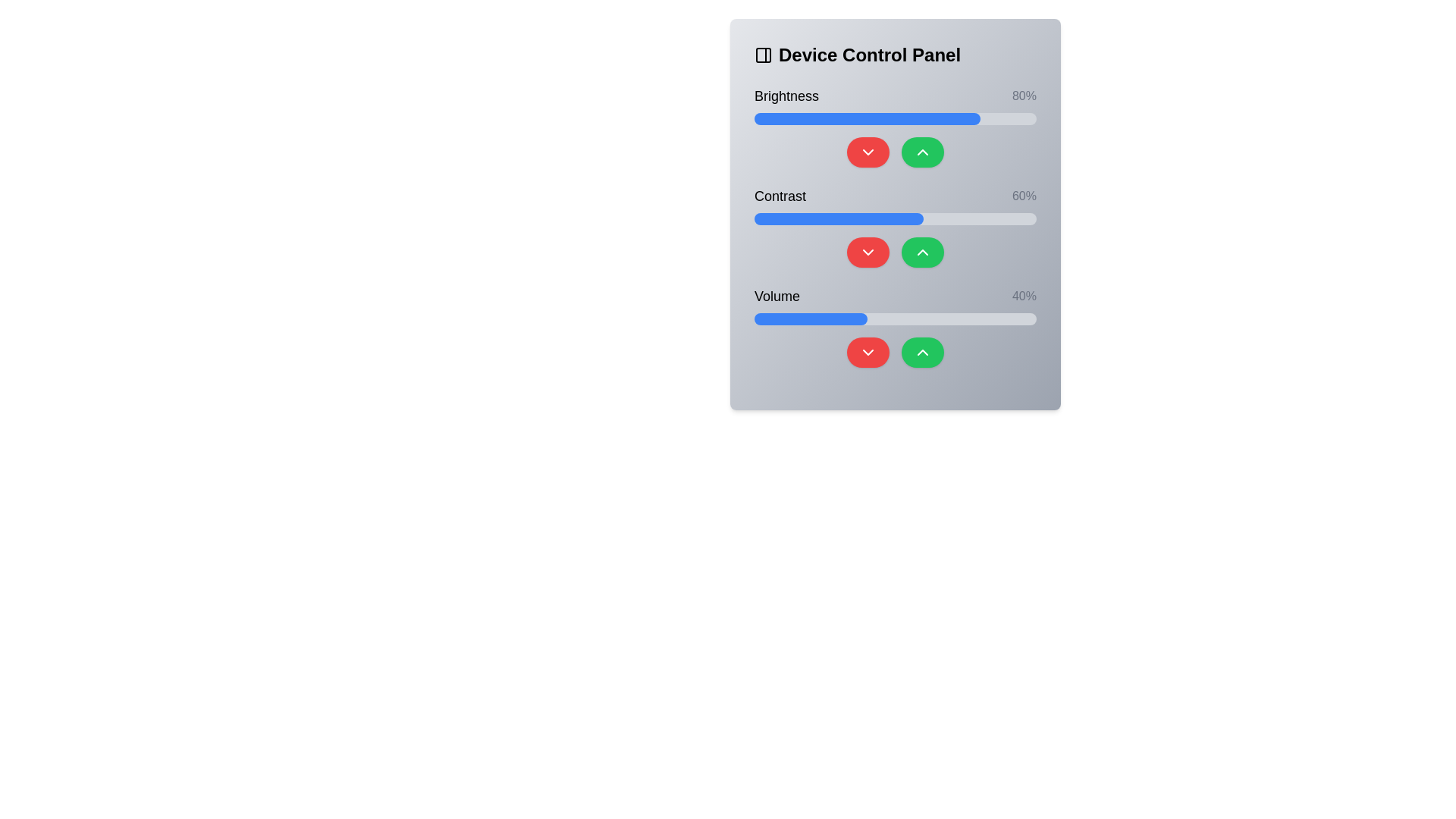  Describe the element at coordinates (868, 353) in the screenshot. I see `the red downward-pointing chevron button in the Volume section of the Device Control Panel to trigger the tooltip or styling effect` at that location.